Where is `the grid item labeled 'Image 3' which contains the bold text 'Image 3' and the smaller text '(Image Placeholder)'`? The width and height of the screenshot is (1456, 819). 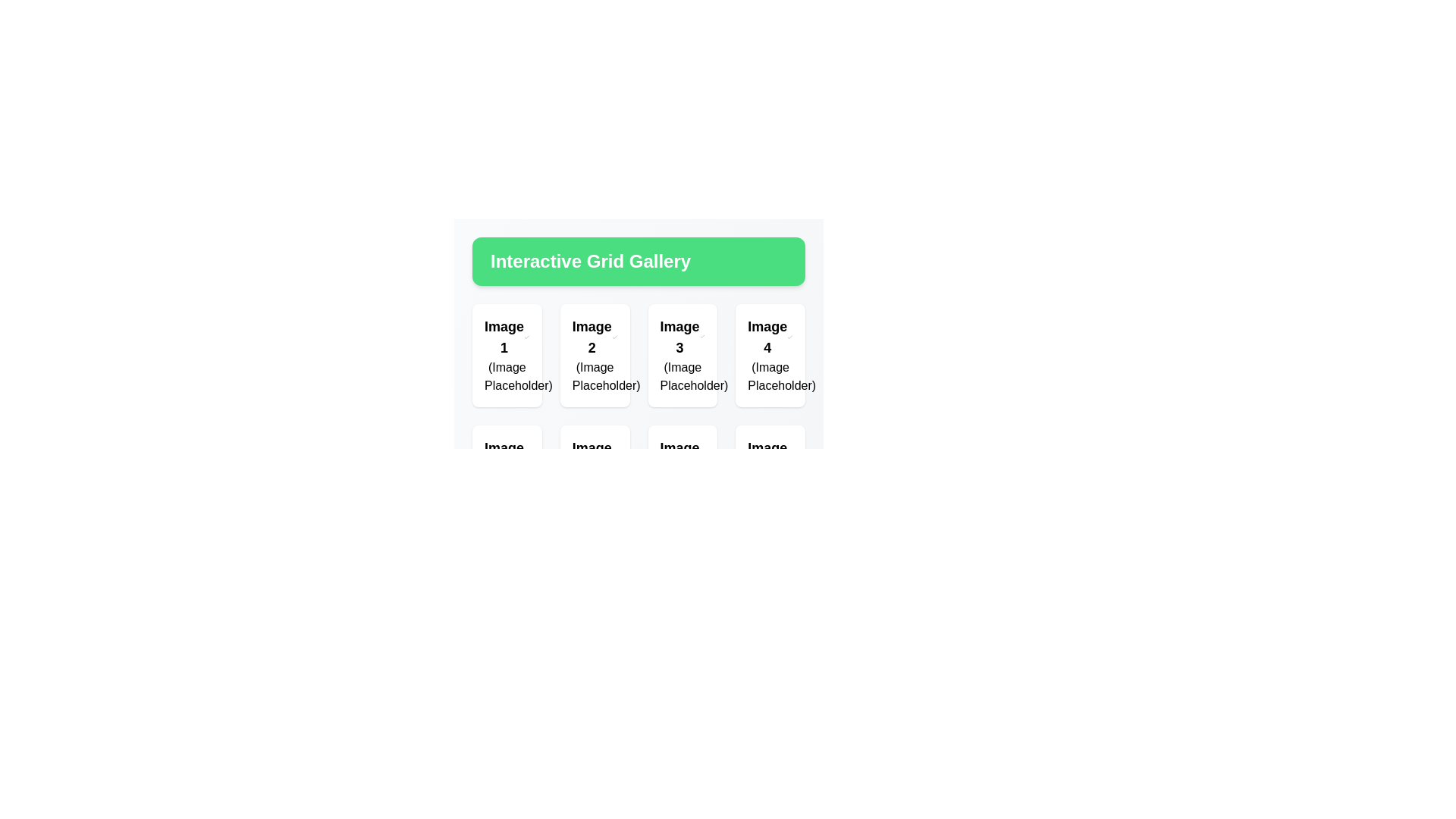
the grid item labeled 'Image 3' which contains the bold text 'Image 3' and the smaller text '(Image Placeholder)' is located at coordinates (682, 336).